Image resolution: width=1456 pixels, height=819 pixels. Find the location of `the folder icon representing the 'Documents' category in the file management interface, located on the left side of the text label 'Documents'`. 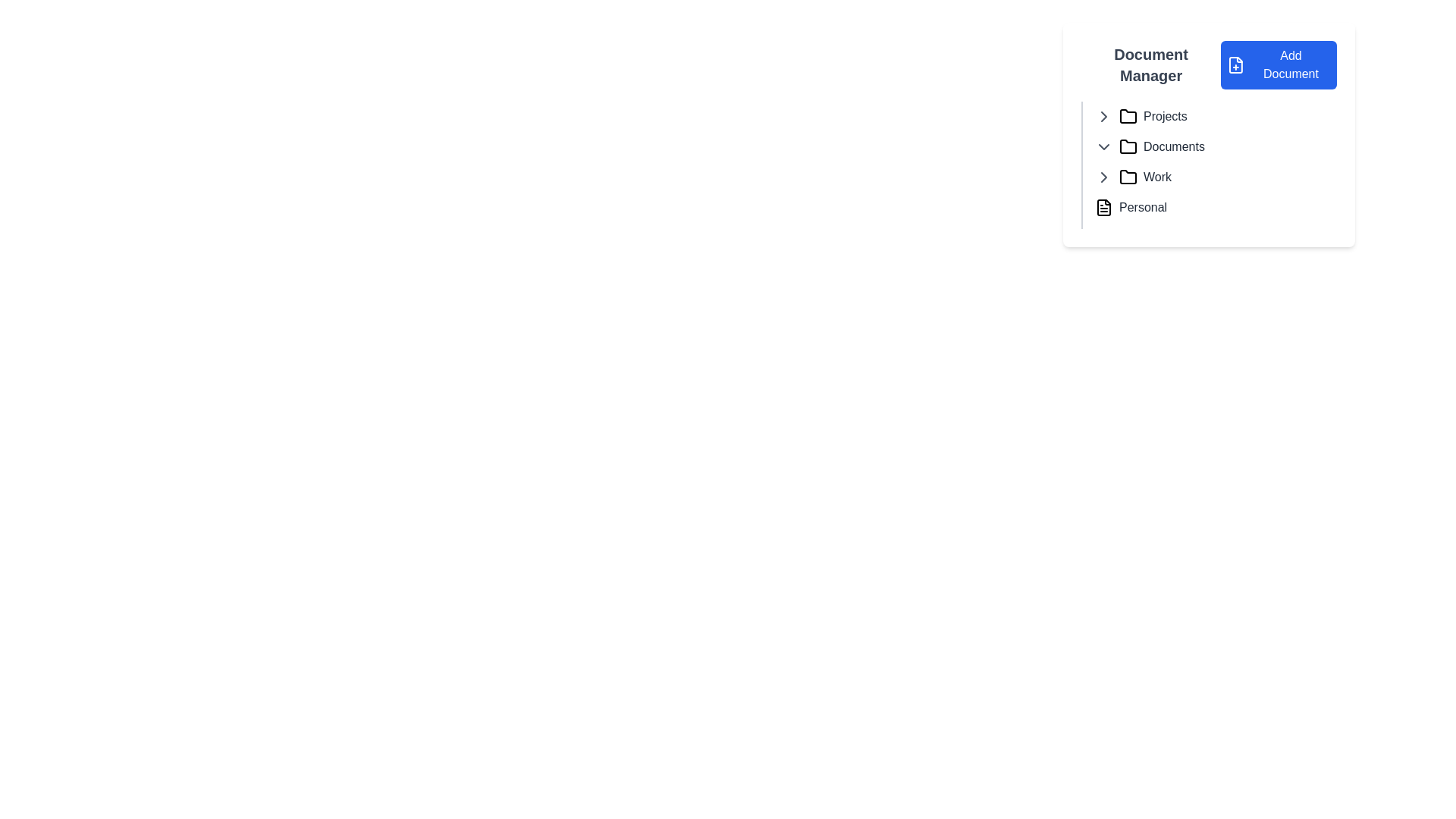

the folder icon representing the 'Documents' category in the file management interface, located on the left side of the text label 'Documents' is located at coordinates (1128, 146).